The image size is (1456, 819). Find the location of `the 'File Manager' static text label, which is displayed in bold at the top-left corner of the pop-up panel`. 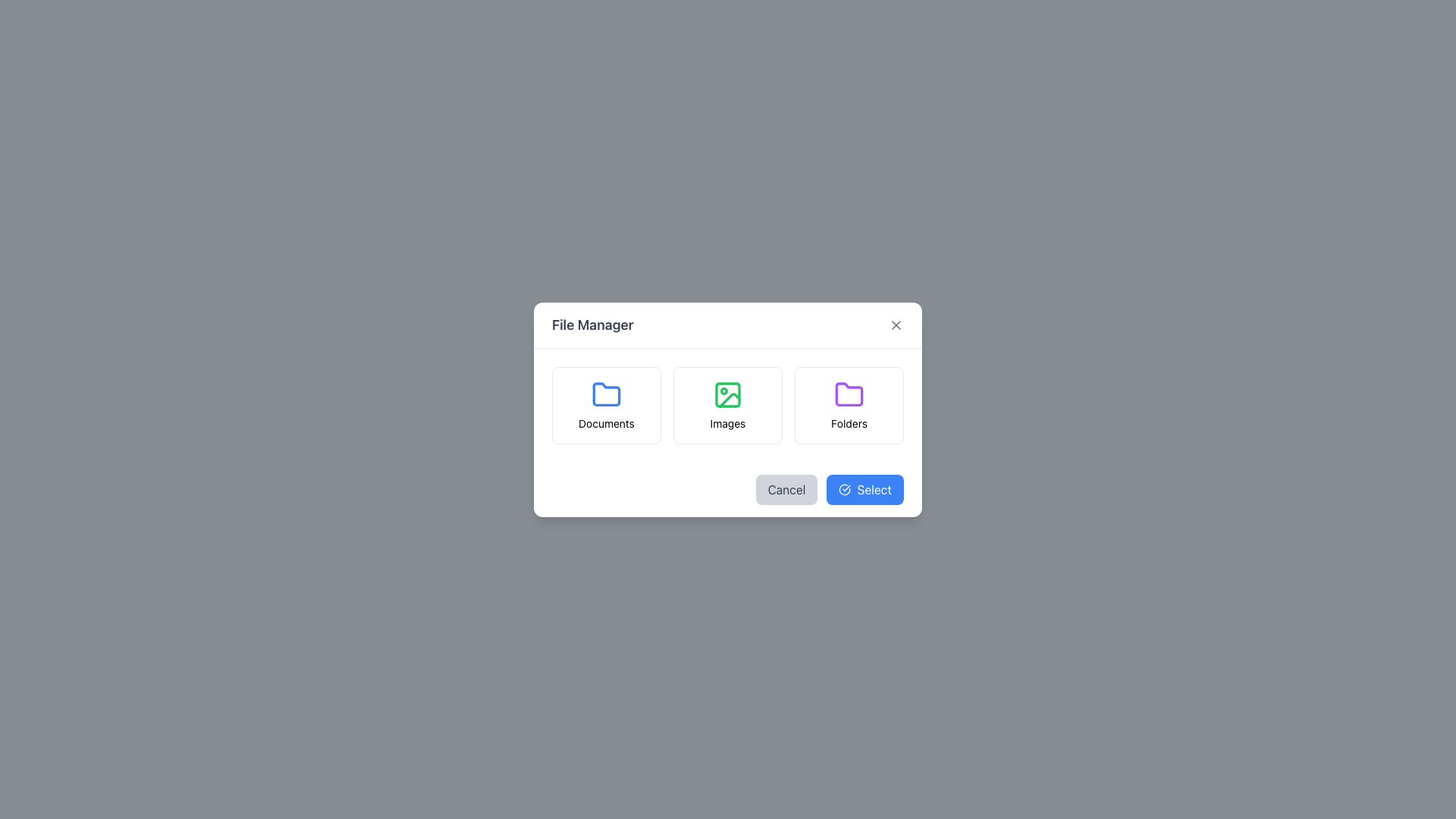

the 'File Manager' static text label, which is displayed in bold at the top-left corner of the pop-up panel is located at coordinates (591, 324).